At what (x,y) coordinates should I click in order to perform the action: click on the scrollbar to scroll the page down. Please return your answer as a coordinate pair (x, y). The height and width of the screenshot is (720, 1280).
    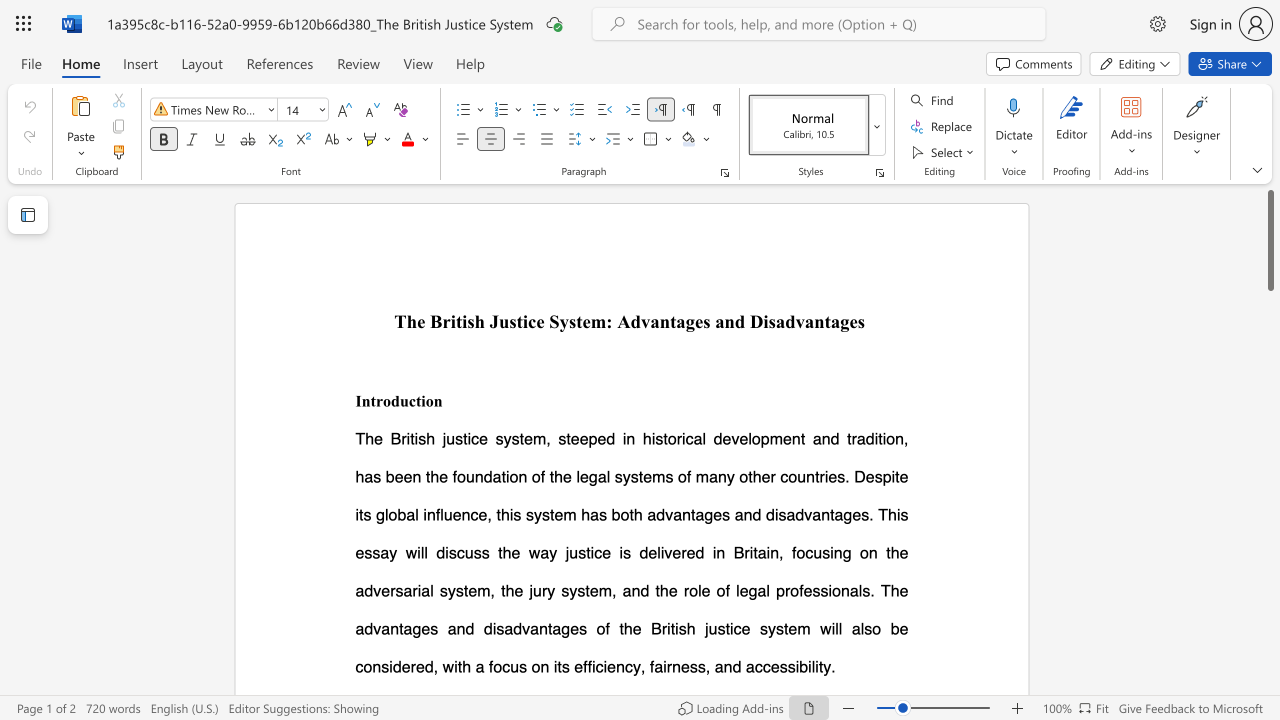
    Looking at the image, I should click on (1269, 550).